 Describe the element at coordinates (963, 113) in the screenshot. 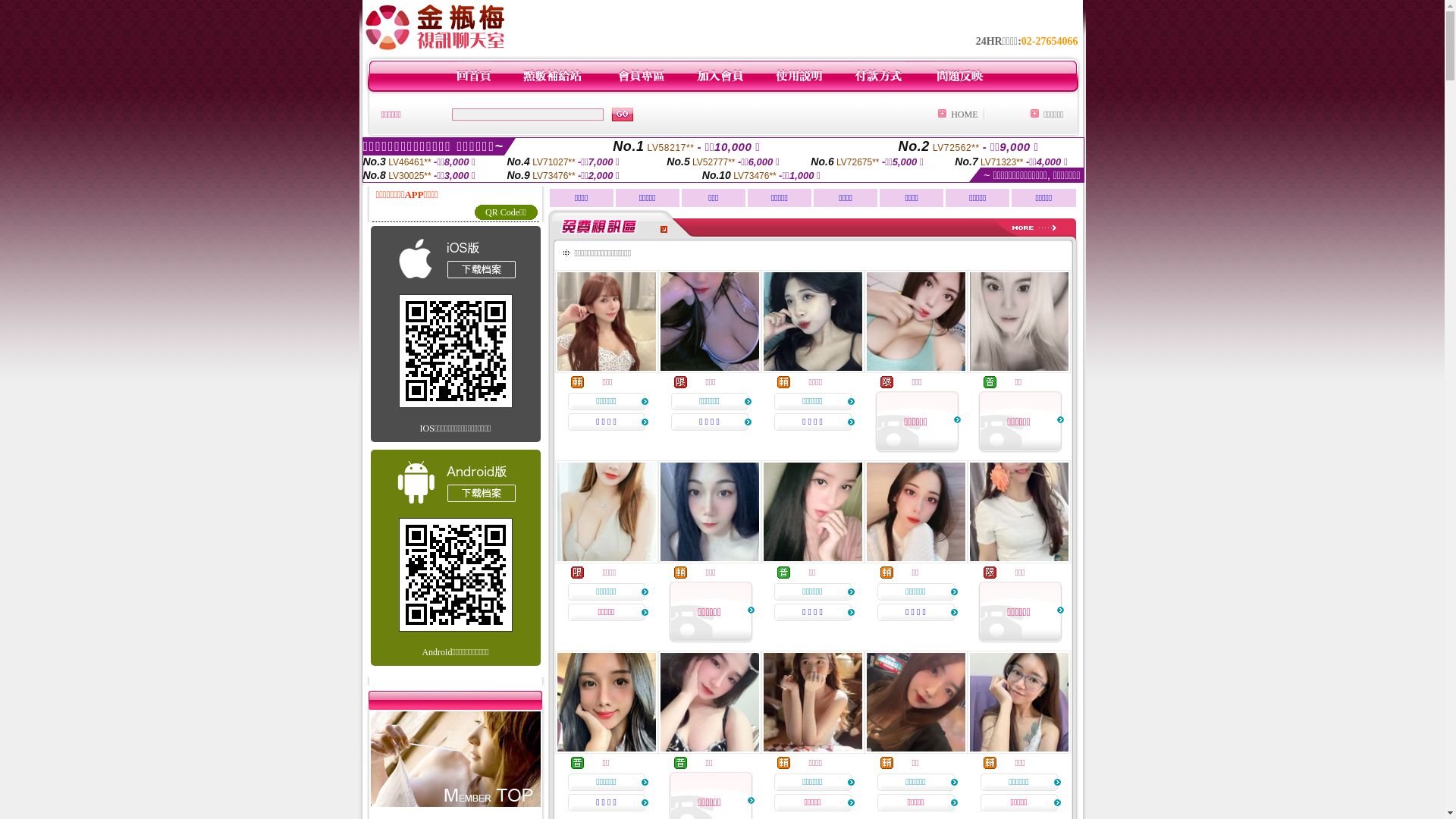

I see `'HOME'` at that location.